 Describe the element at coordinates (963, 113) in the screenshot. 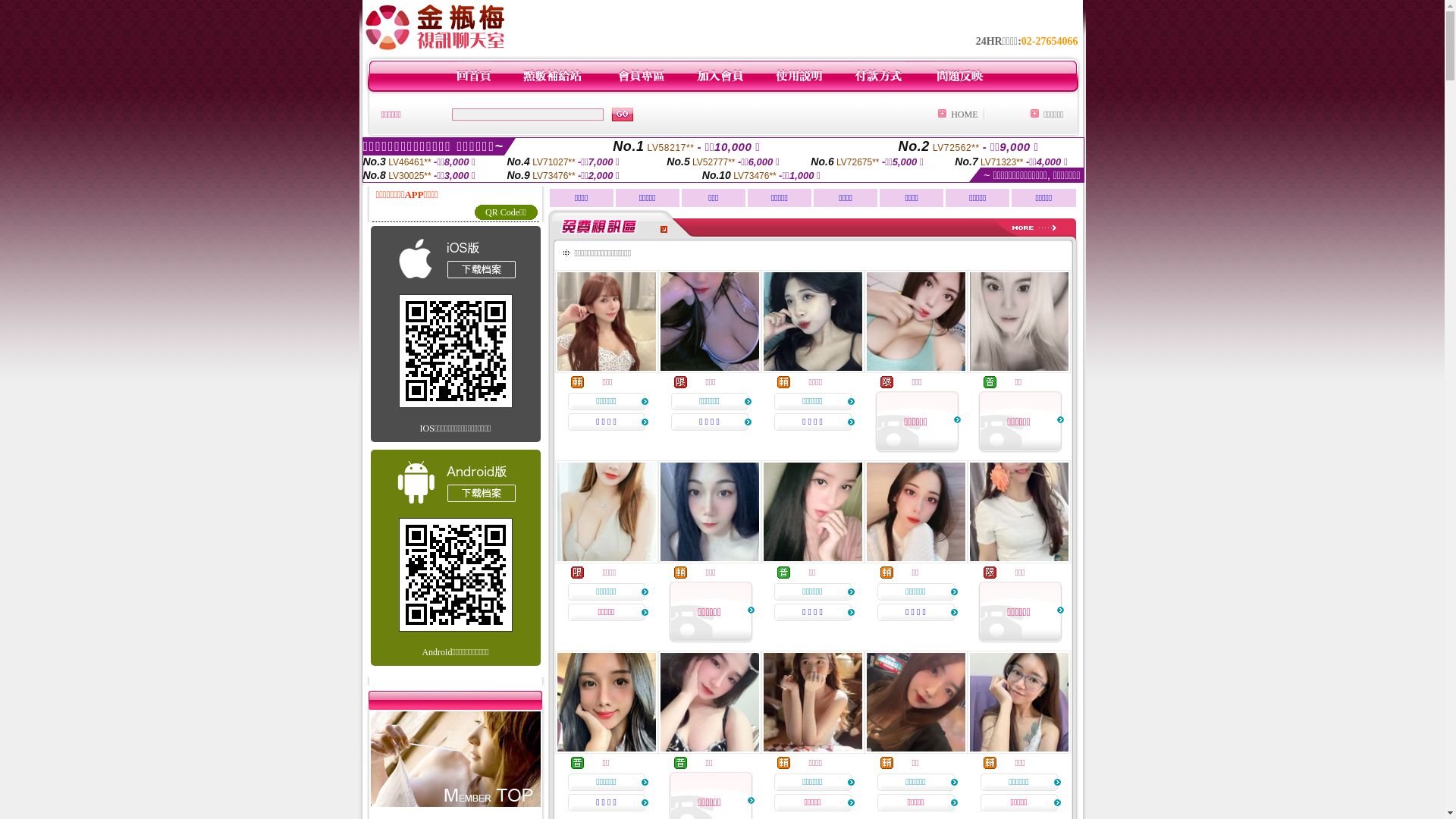

I see `'HOME'` at that location.